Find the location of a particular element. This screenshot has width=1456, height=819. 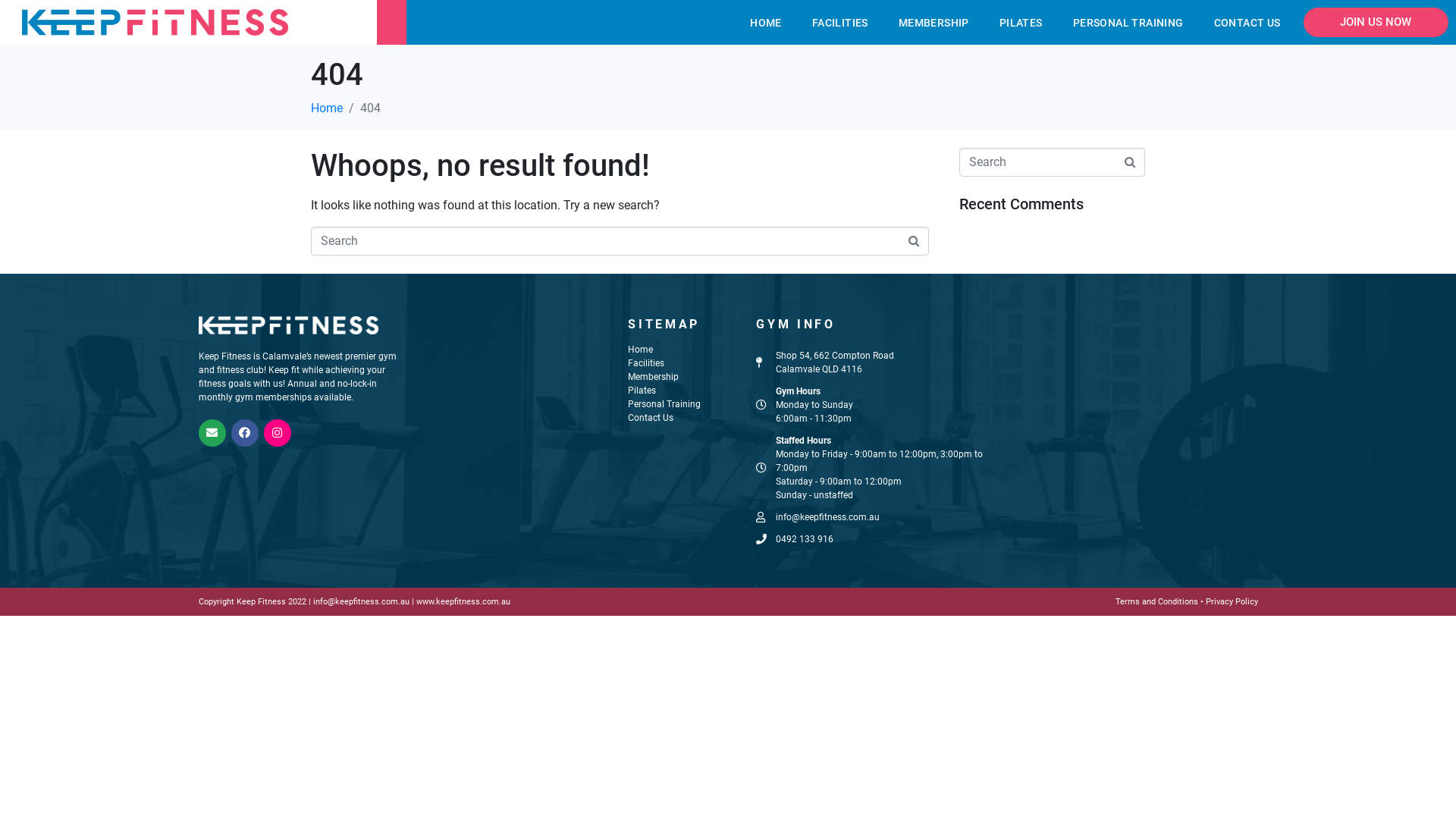

'Membership' is located at coordinates (653, 376).